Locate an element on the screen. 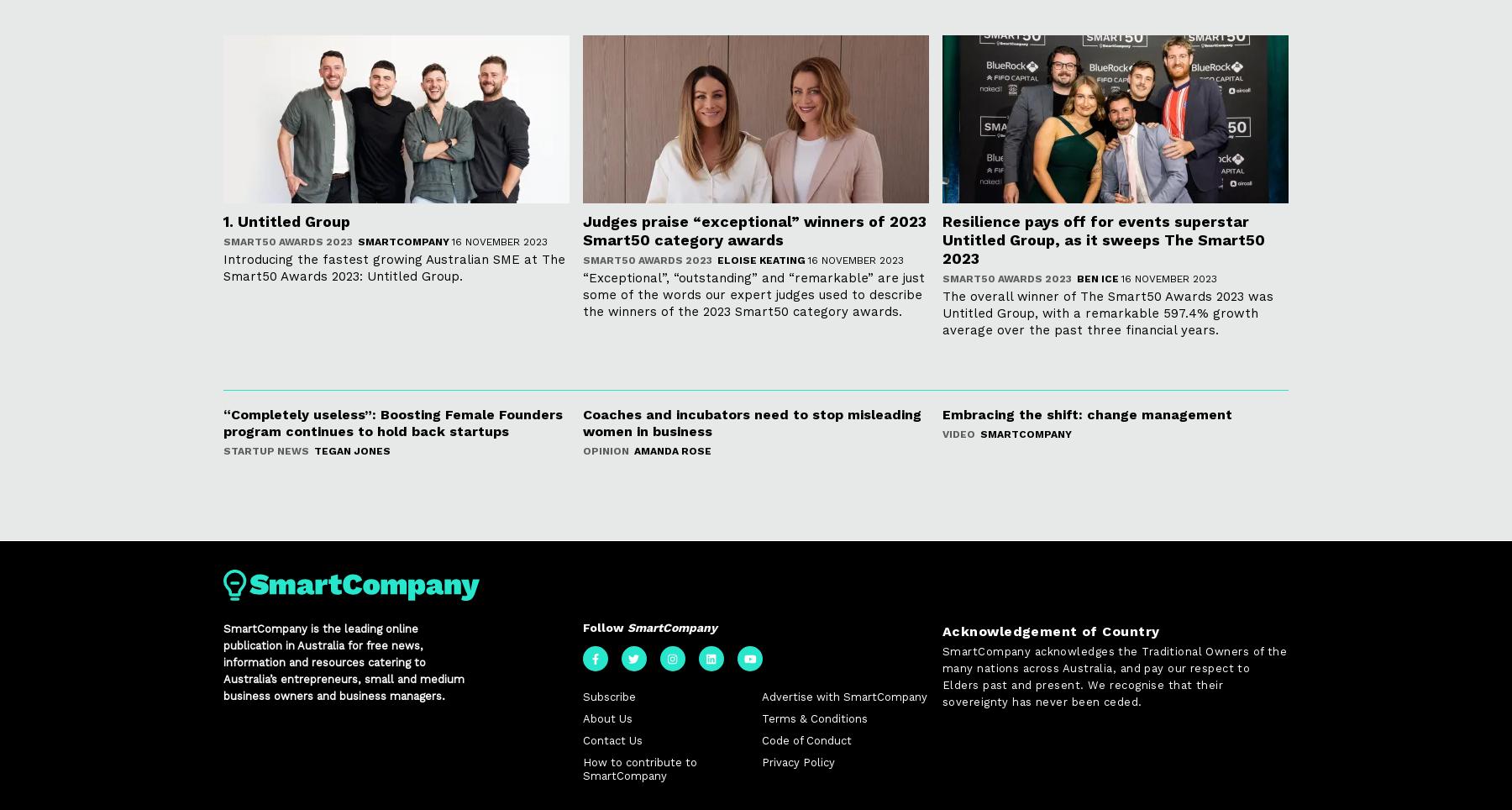 The image size is (1512, 810). 'SmartCompany acknowledges the Traditional Owners of the many nations across Australia, and pay our respect to Elders past and present. We recognise that their sovereignty has never been ceded.' is located at coordinates (1114, 676).